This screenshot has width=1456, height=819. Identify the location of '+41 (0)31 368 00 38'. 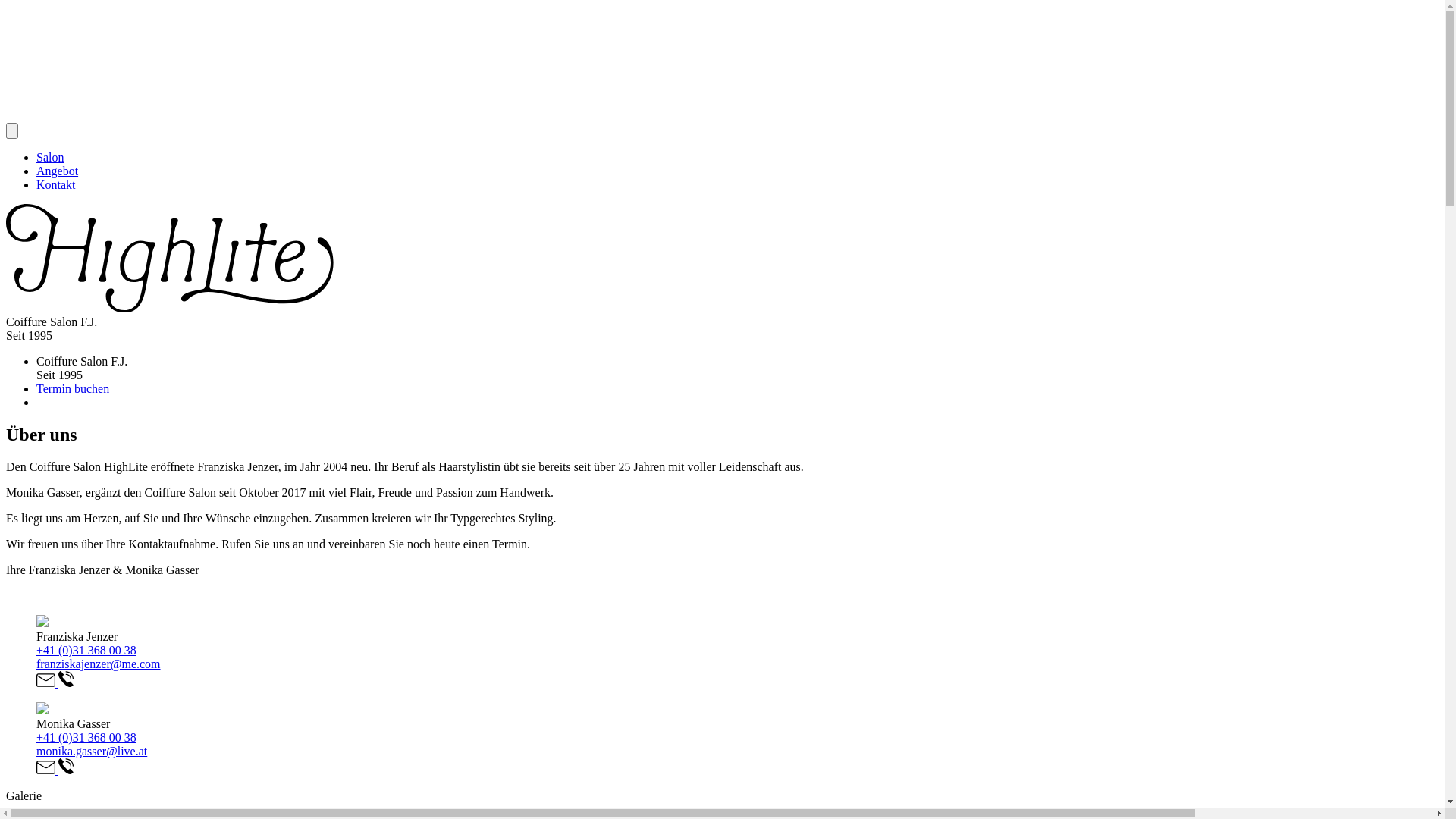
(86, 736).